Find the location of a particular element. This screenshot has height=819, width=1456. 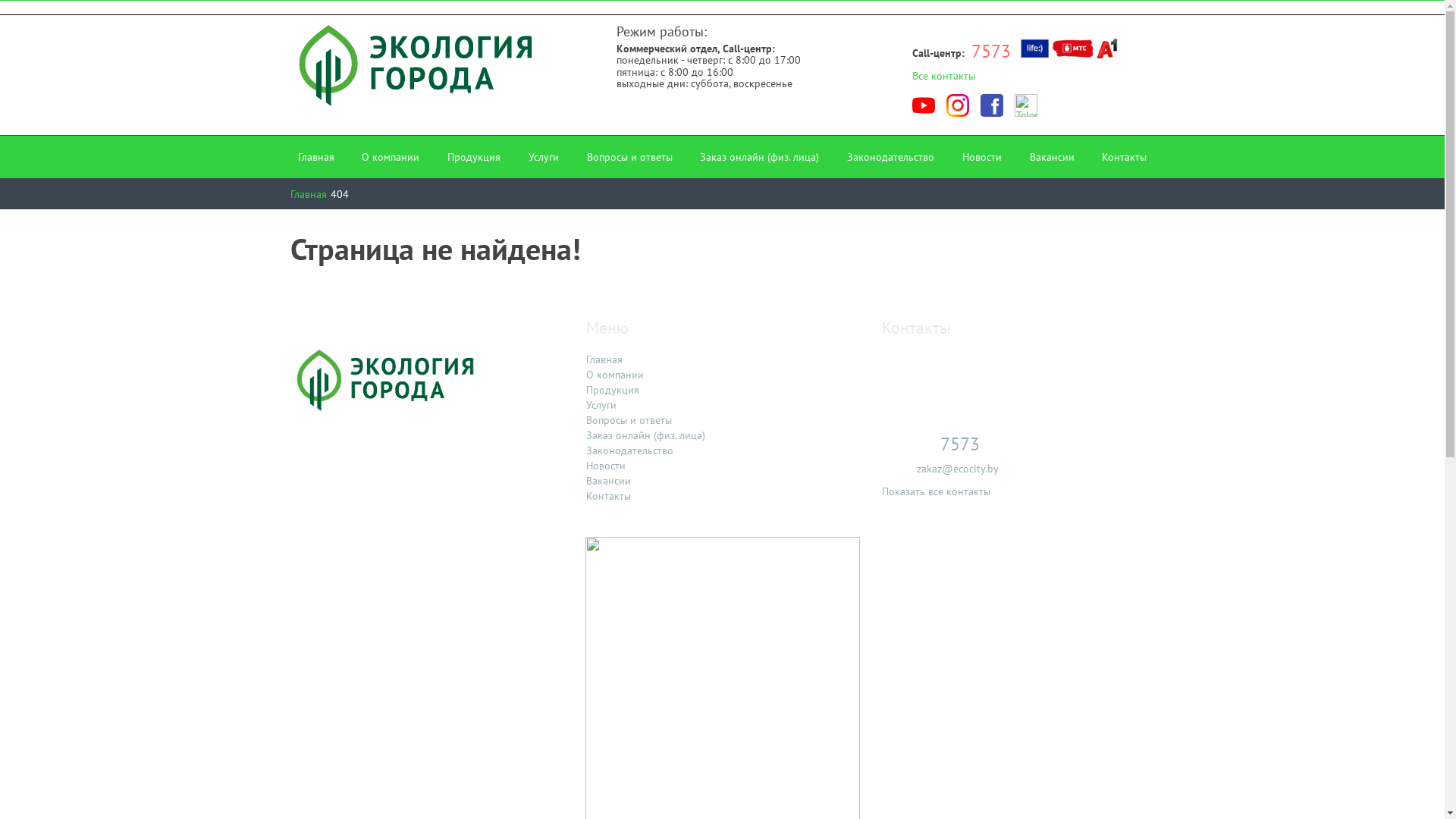

'7573' is located at coordinates (990, 50).